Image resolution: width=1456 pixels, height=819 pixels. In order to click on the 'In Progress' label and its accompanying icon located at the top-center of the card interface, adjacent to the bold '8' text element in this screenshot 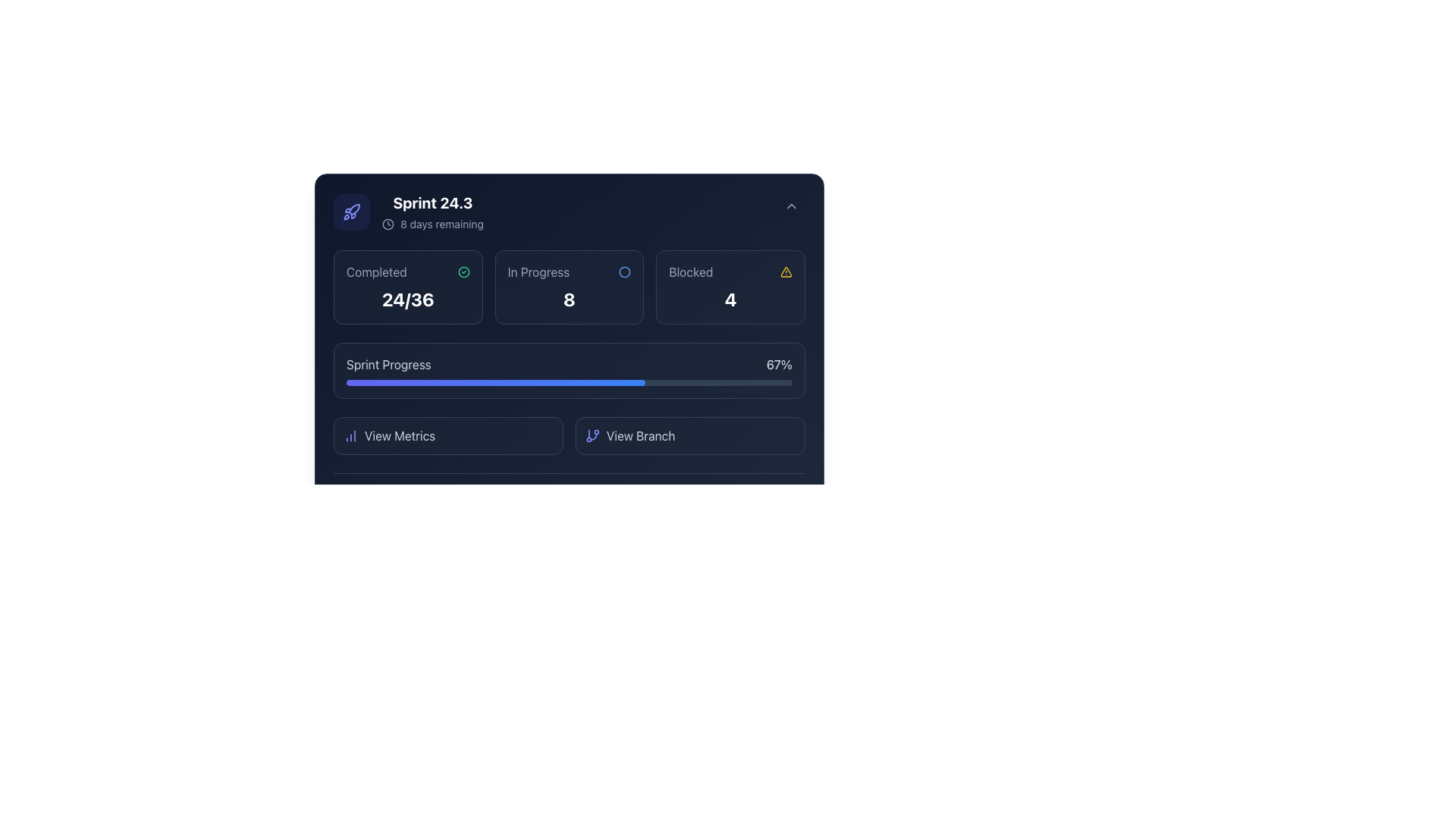, I will do `click(568, 271)`.